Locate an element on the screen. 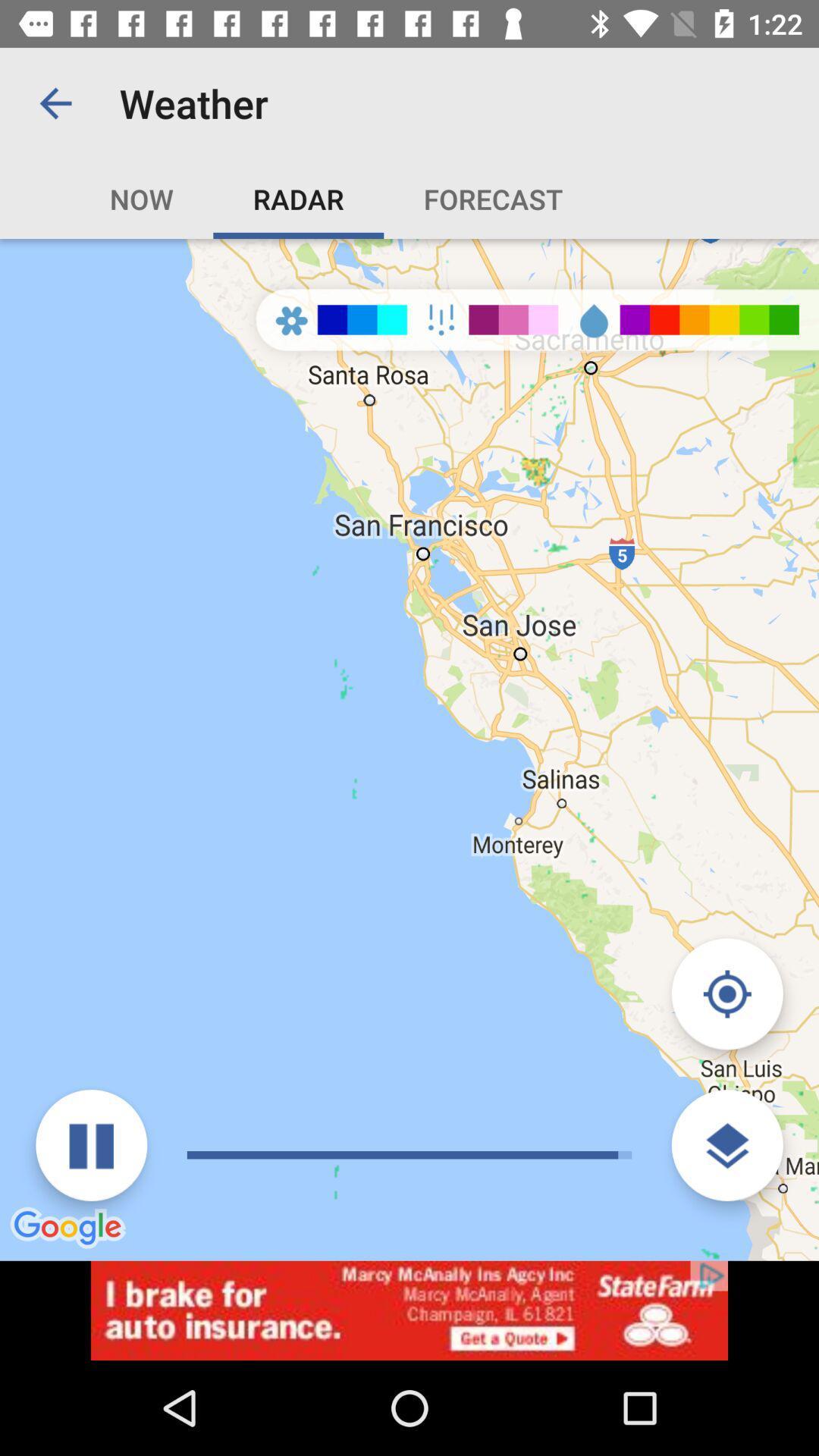  the pause icon is located at coordinates (91, 1145).